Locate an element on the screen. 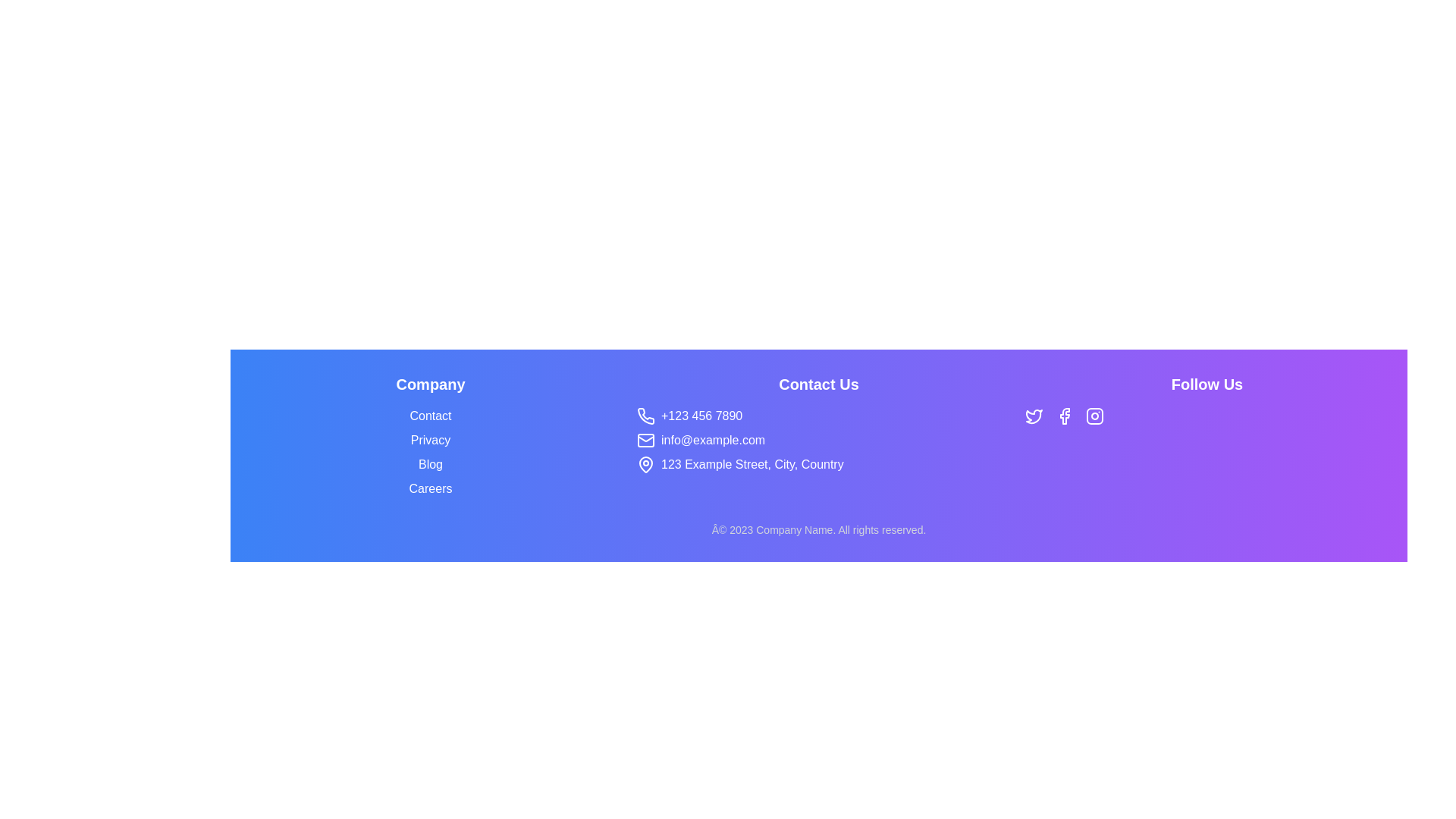 This screenshot has height=819, width=1456. the Address display element featuring a map pin icon and the text '123 Example Street, City, Country', which is located in the footer of the 'Contact Us' section is located at coordinates (818, 464).